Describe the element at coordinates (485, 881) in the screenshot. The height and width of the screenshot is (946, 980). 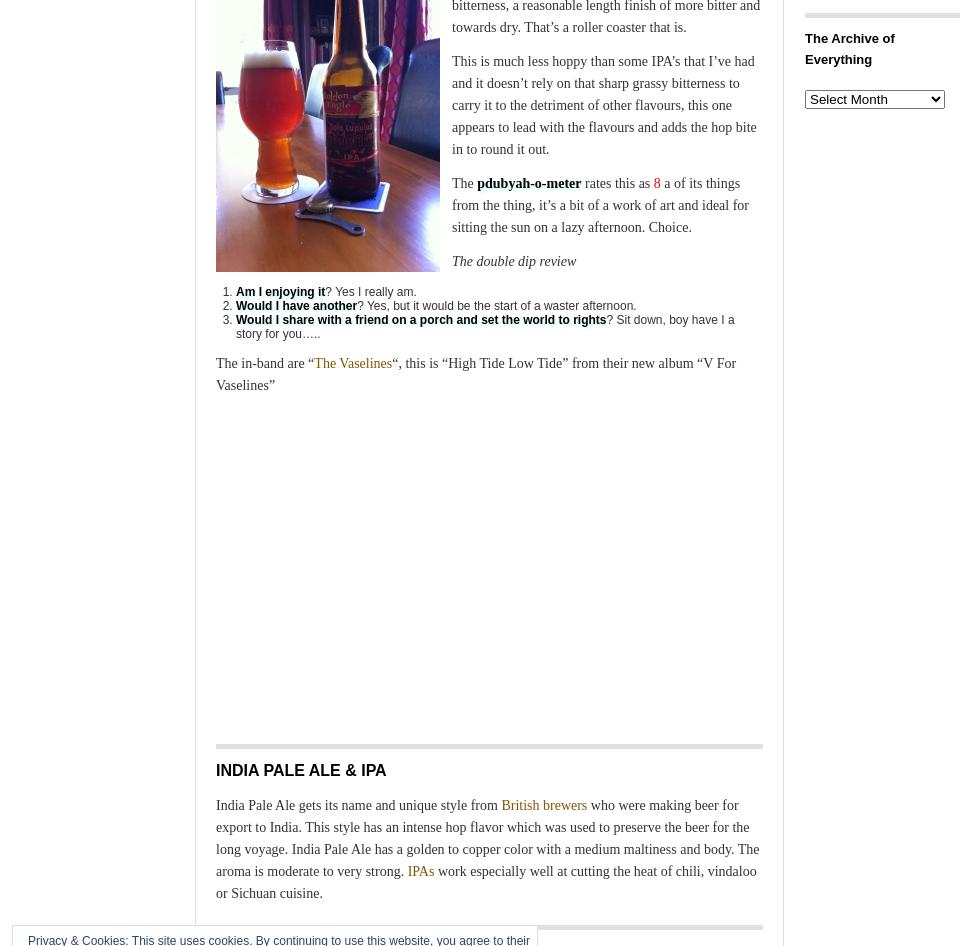
I see `'work especially well at cutting the heat of chili, vindaloo or Sichuan cuisine.'` at that location.